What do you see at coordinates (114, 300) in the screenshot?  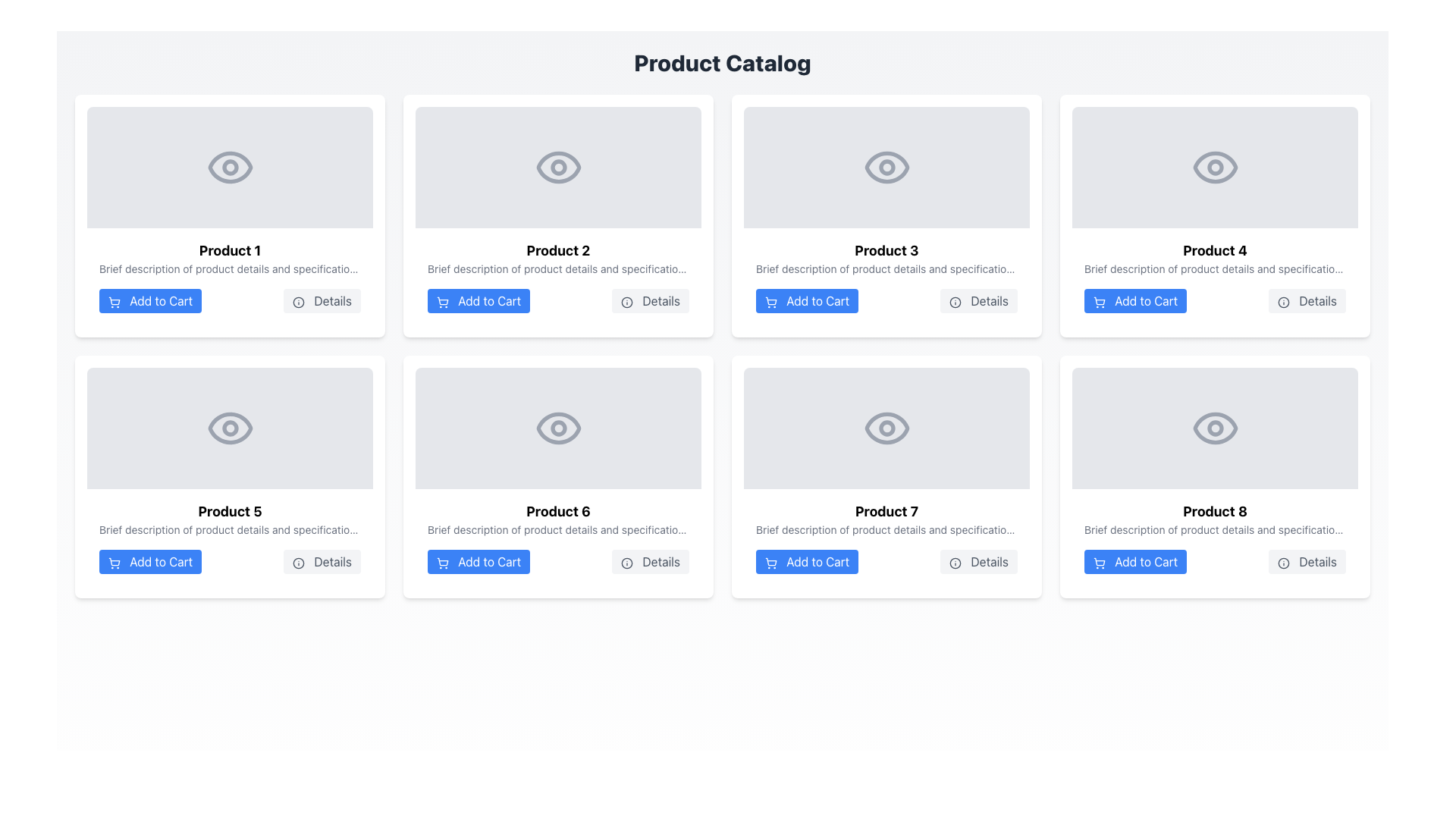 I see `the shopping cart icon within the 'Add to Cart' button for 'Product 1' in the product catalog grid` at bounding box center [114, 300].